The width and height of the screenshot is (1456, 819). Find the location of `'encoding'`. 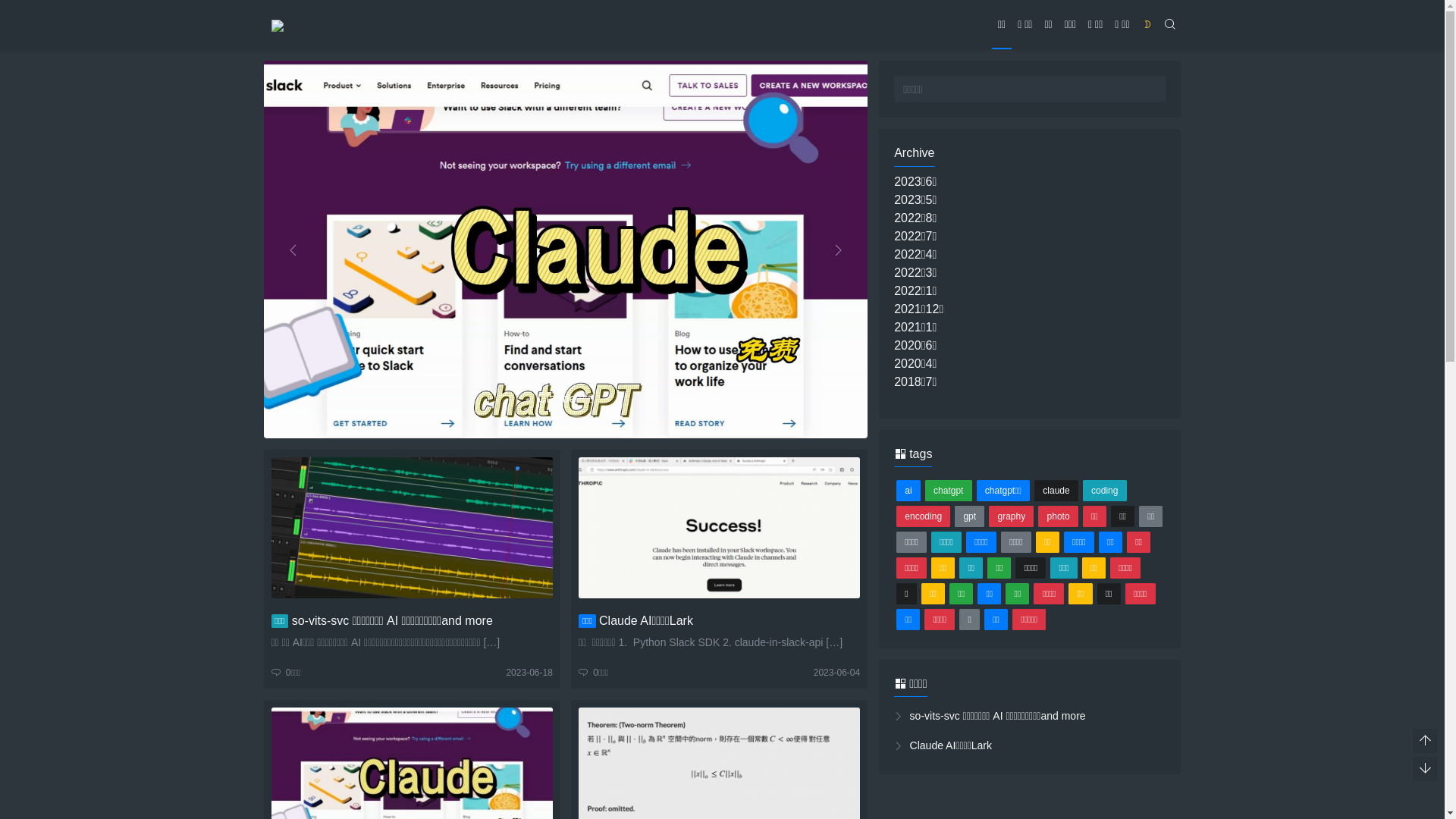

'encoding' is located at coordinates (896, 516).